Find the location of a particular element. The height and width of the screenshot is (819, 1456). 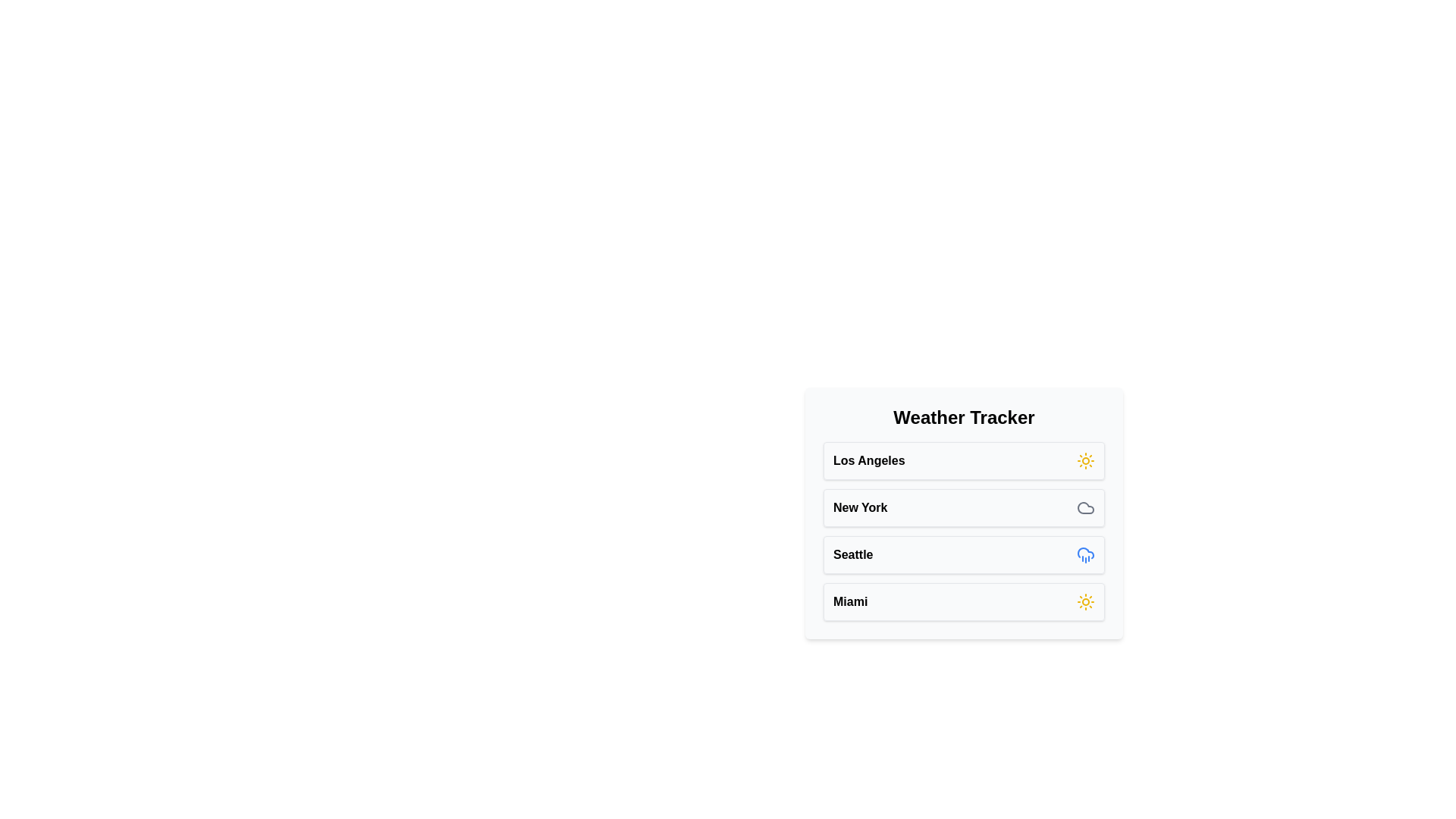

the city row corresponding to Seattle to toggle its weather status is located at coordinates (963, 555).